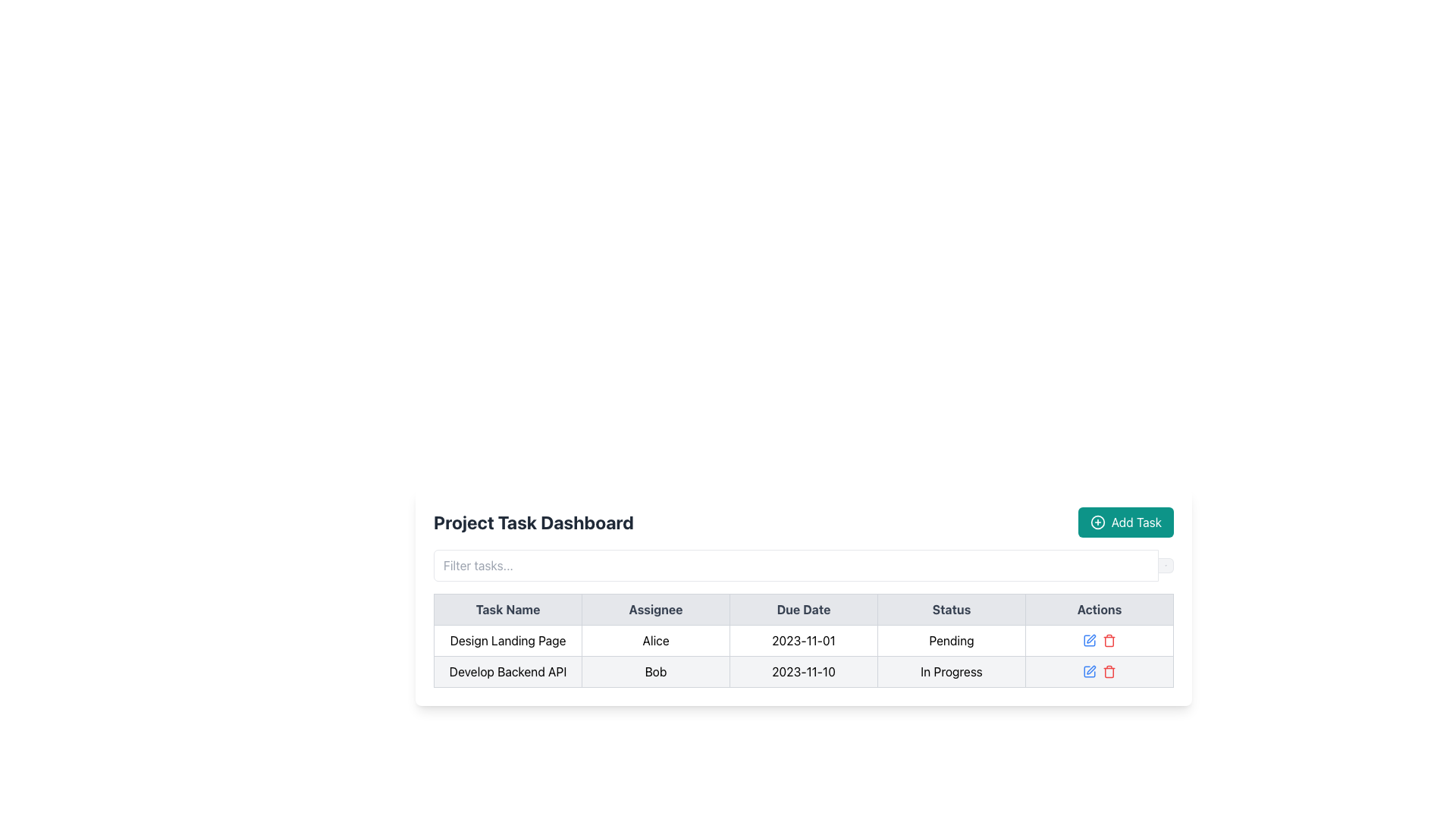  What do you see at coordinates (508, 640) in the screenshot?
I see `text of the 'Design Landing Page' label located in the 'Task Name' column of the project task dashboard table` at bounding box center [508, 640].